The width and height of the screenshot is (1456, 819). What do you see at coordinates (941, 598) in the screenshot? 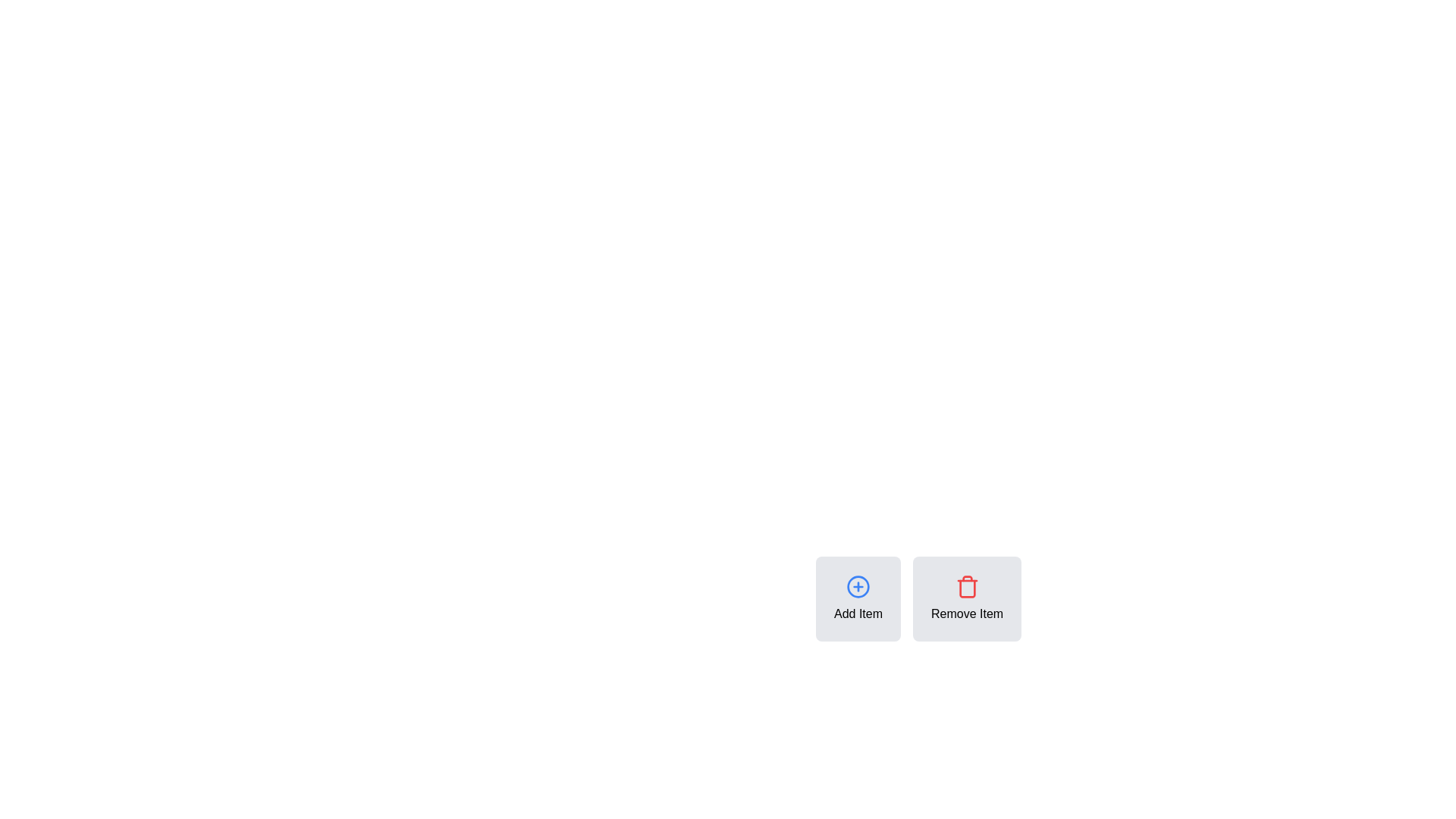
I see `the 'Remove Item' button, which is a rectangular button with a light gray background and a red trash bin icon, located to the right of the 'Add Item' button` at bounding box center [941, 598].